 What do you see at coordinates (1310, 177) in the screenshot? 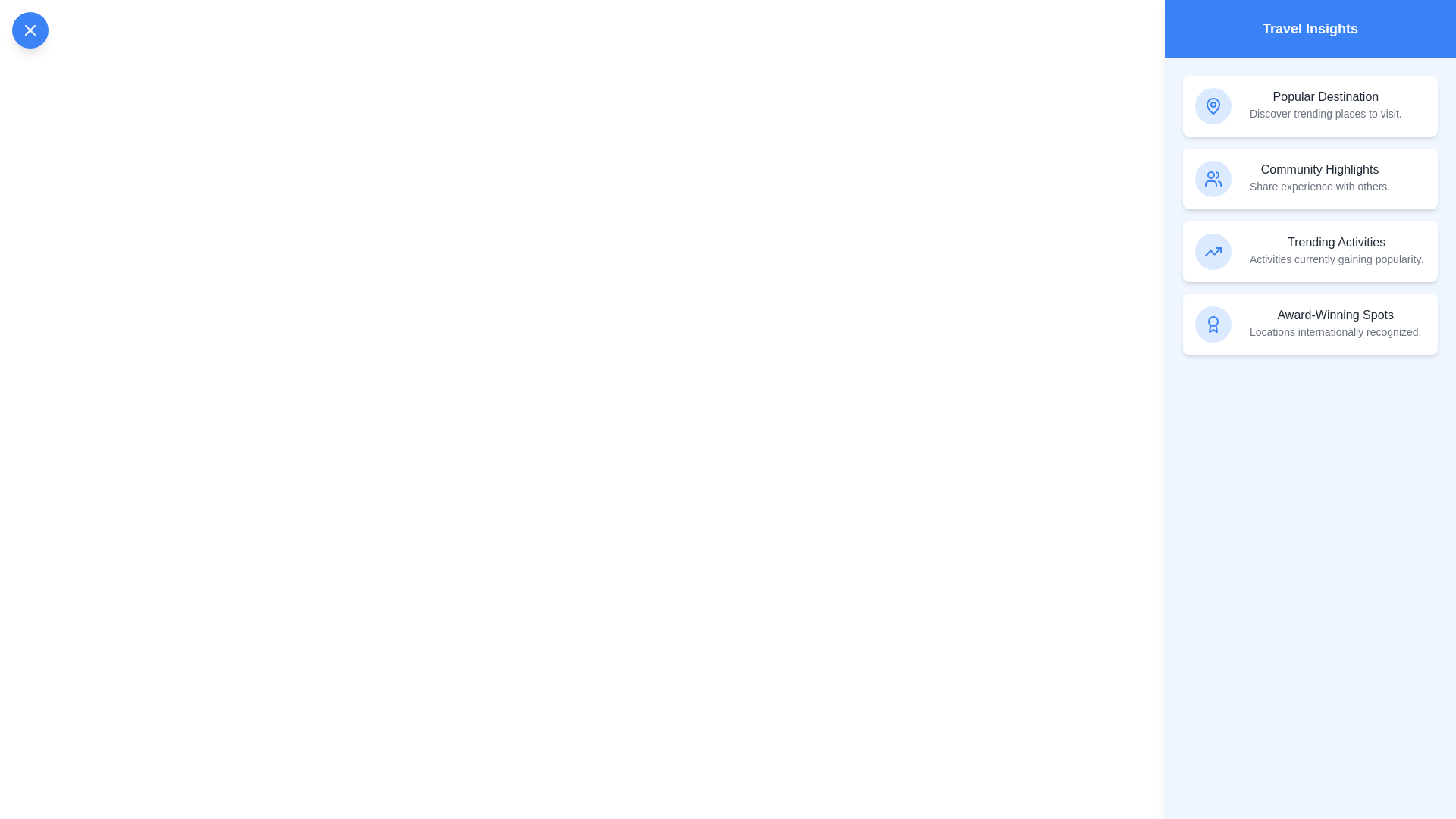
I see `the insight item corresponding to Community Highlights` at bounding box center [1310, 177].